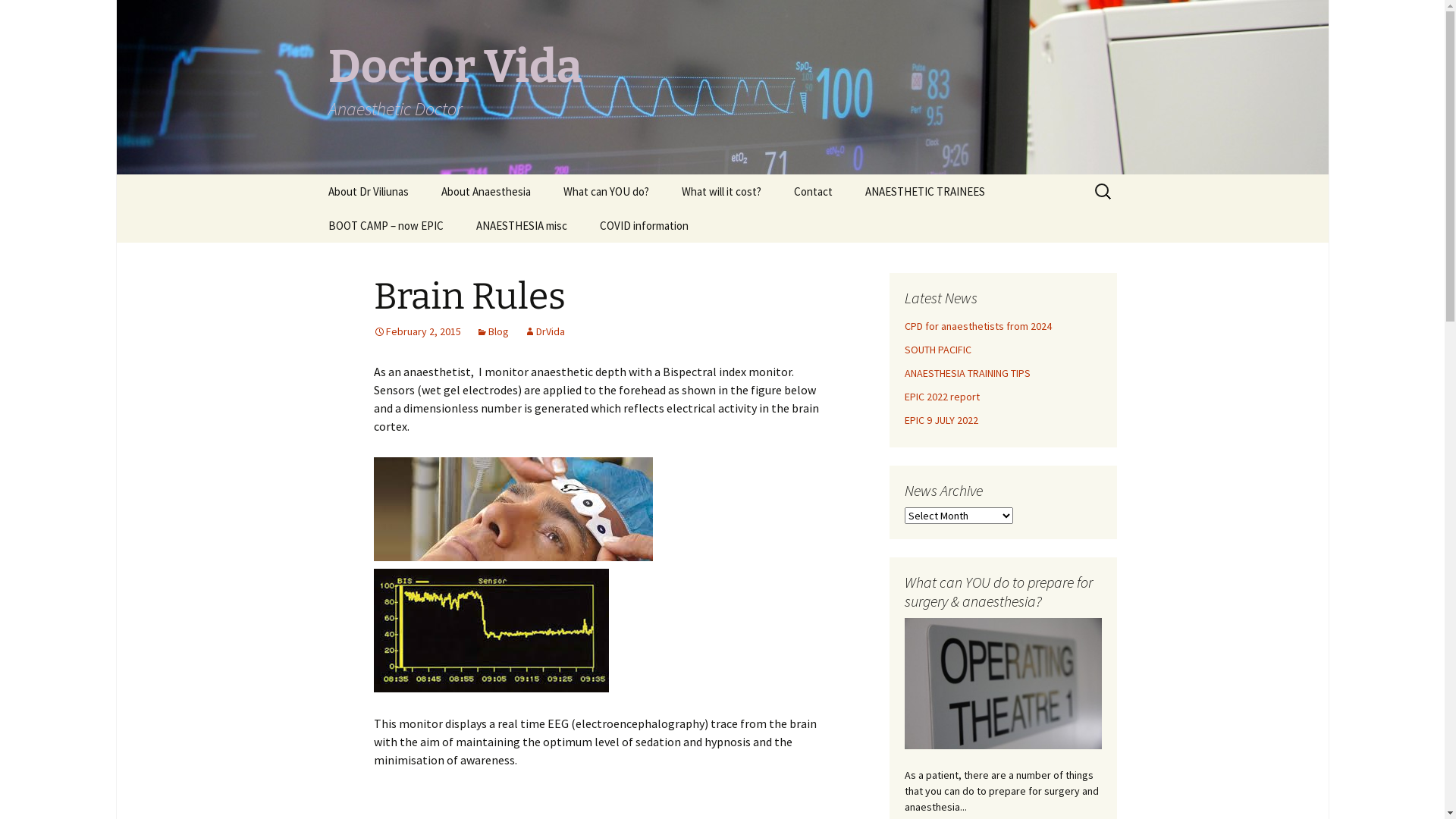 The image size is (1456, 819). What do you see at coordinates (492, 330) in the screenshot?
I see `'Blog'` at bounding box center [492, 330].